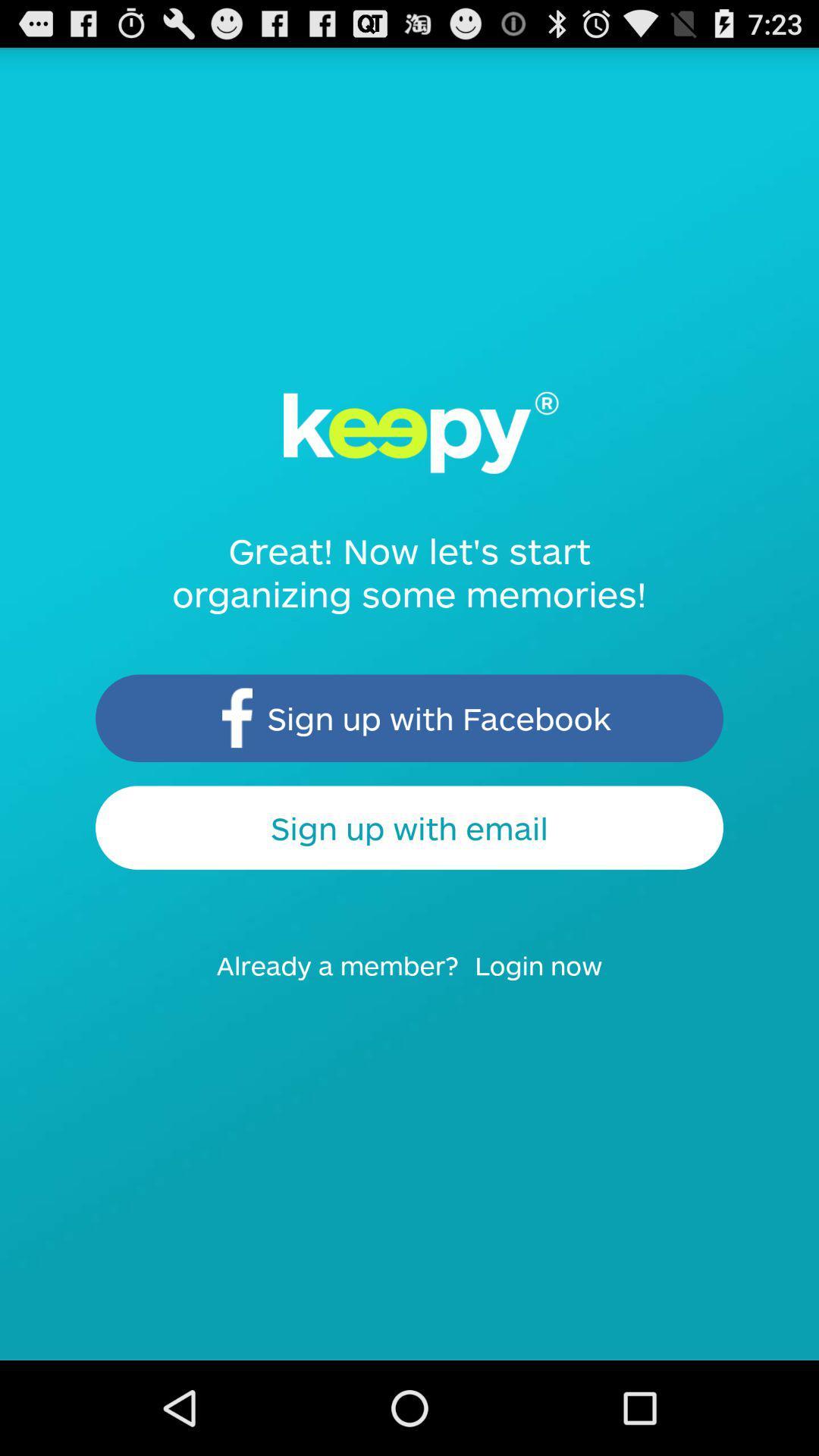  I want to click on login now, so click(548, 980).